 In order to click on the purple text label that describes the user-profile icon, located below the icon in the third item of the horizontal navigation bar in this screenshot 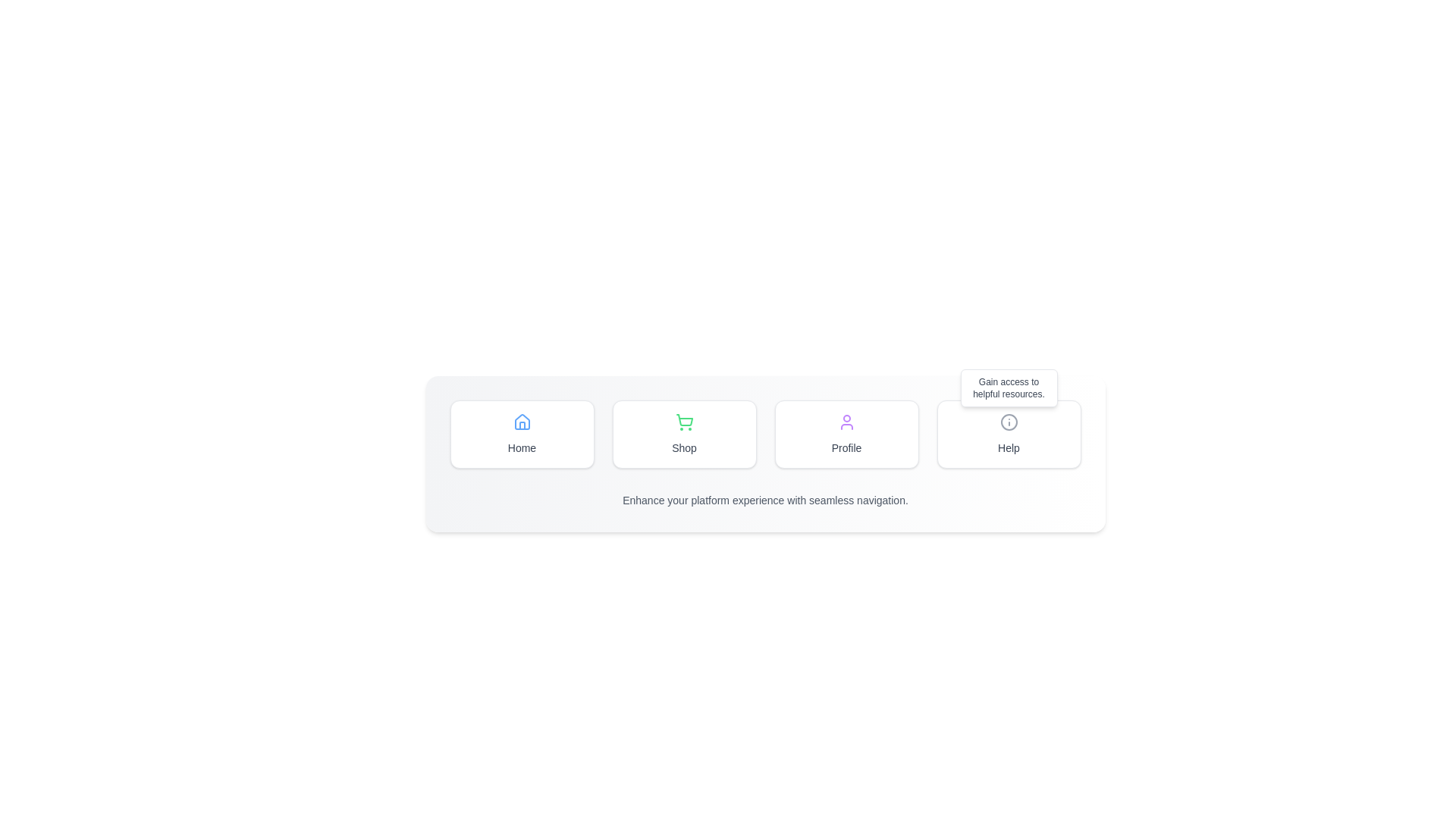, I will do `click(846, 447)`.